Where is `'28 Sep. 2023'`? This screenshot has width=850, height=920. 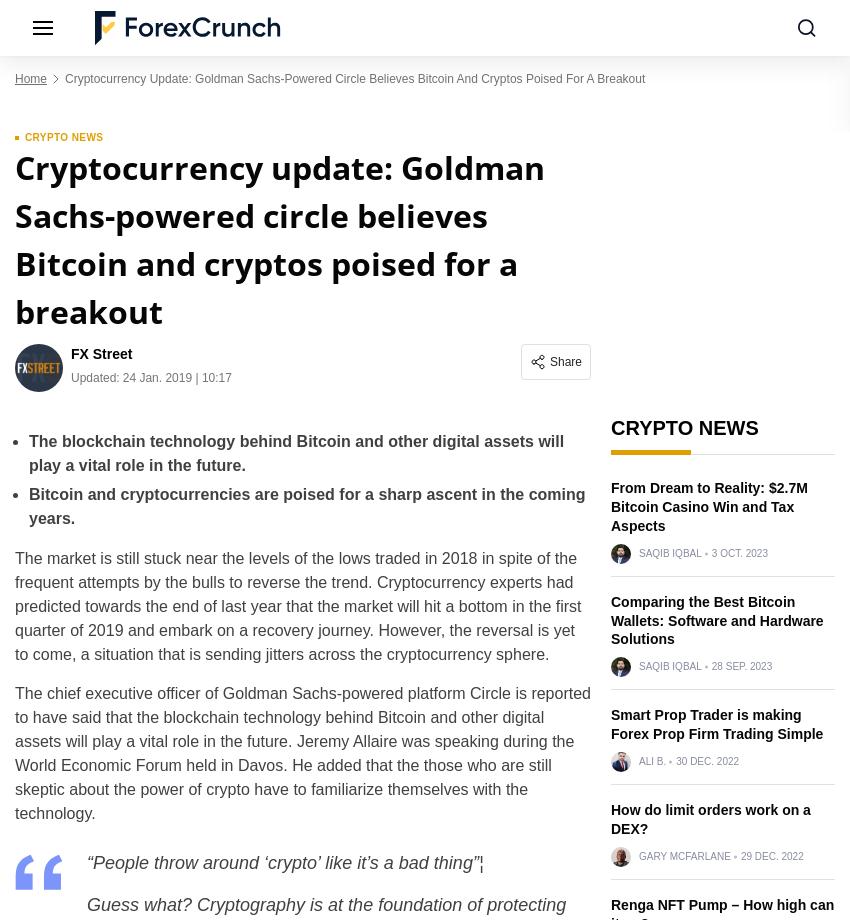
'28 Sep. 2023' is located at coordinates (741, 665).